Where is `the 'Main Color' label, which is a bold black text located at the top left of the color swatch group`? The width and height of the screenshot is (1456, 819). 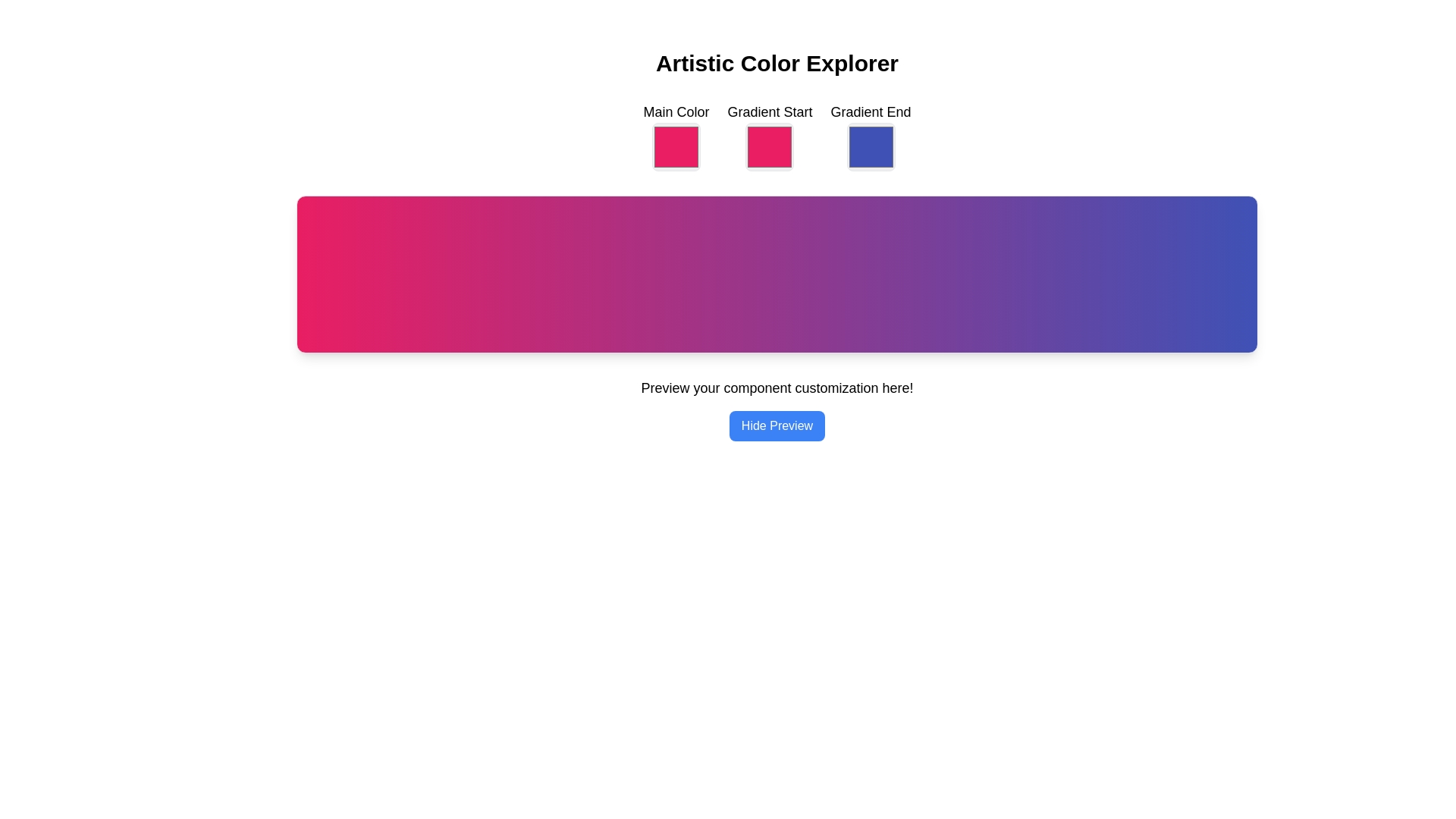
the 'Main Color' label, which is a bold black text located at the top left of the color swatch group is located at coordinates (675, 111).